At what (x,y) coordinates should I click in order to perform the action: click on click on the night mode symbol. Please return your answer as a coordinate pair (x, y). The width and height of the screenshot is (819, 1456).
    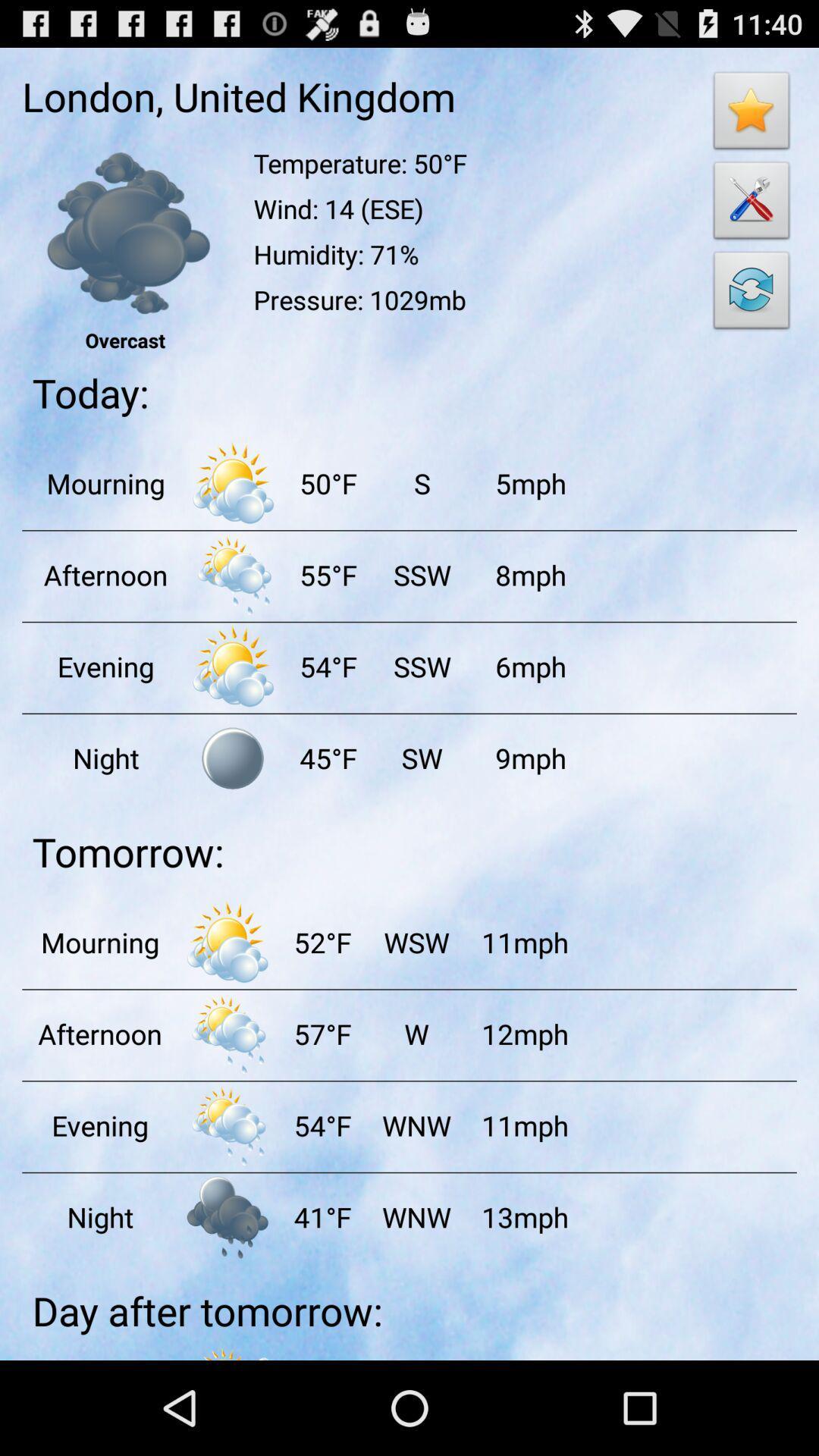
    Looking at the image, I should click on (233, 758).